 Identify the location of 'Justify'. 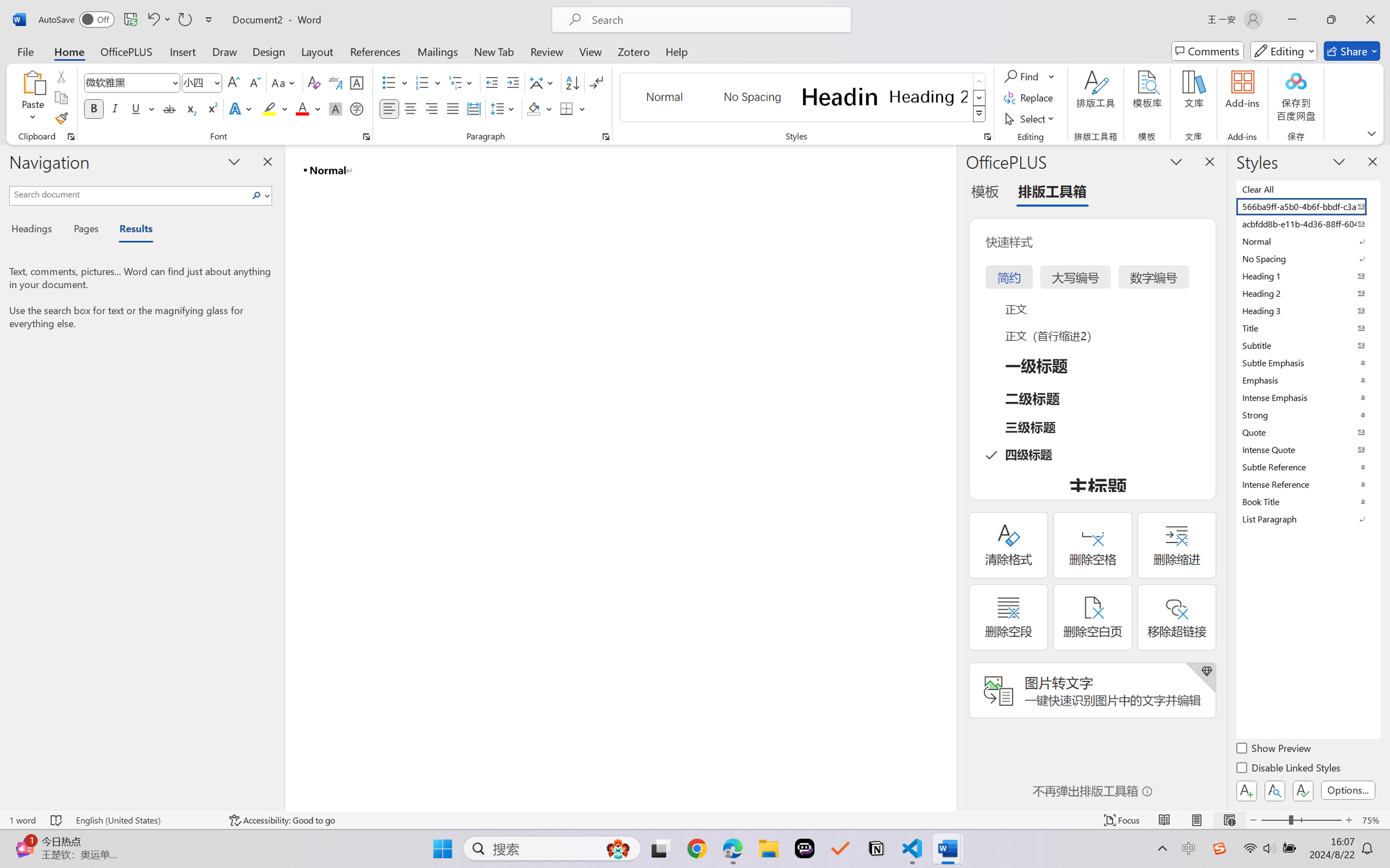
(452, 108).